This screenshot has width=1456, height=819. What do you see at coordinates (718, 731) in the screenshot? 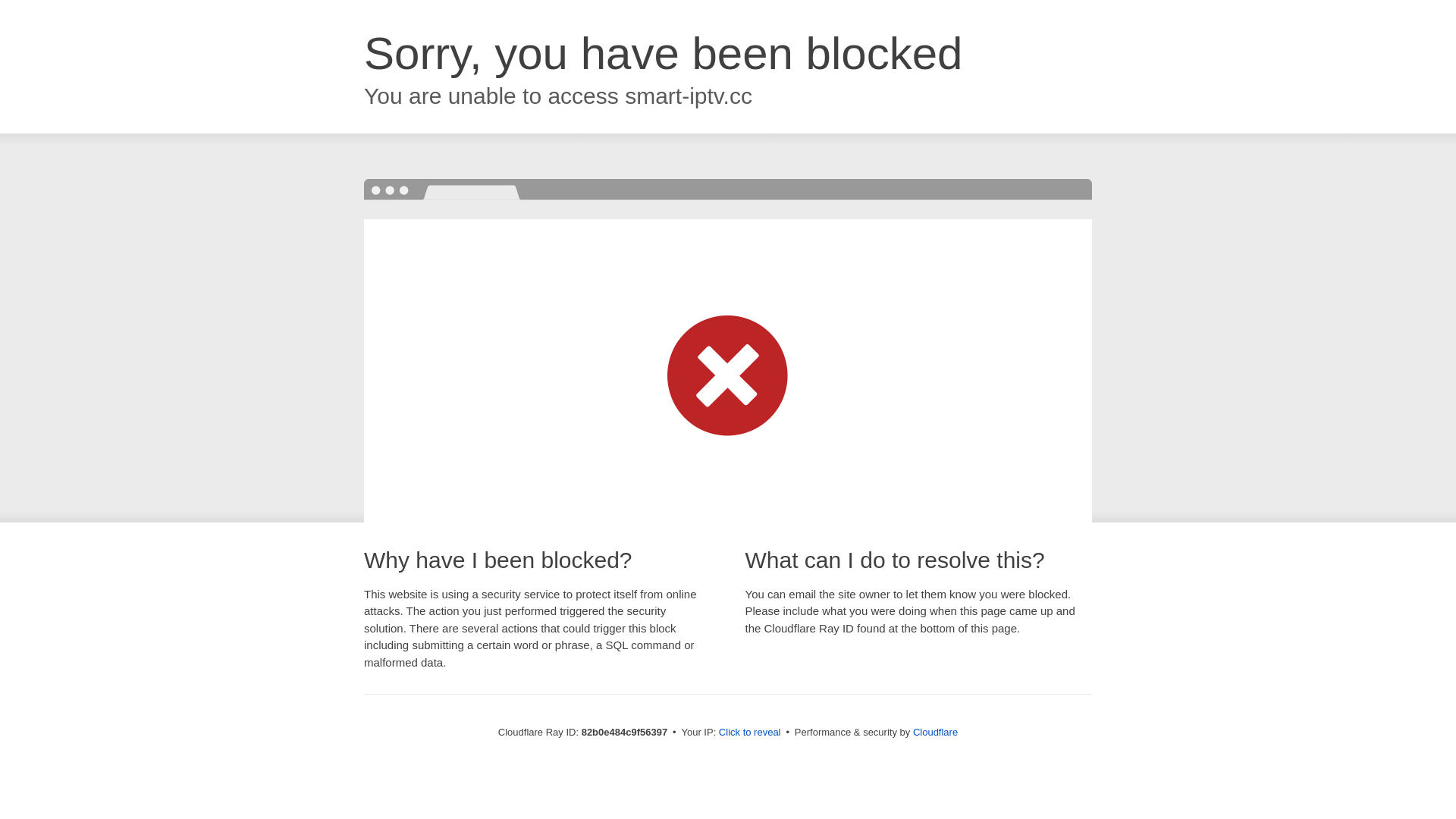
I see `'Click to reveal'` at bounding box center [718, 731].